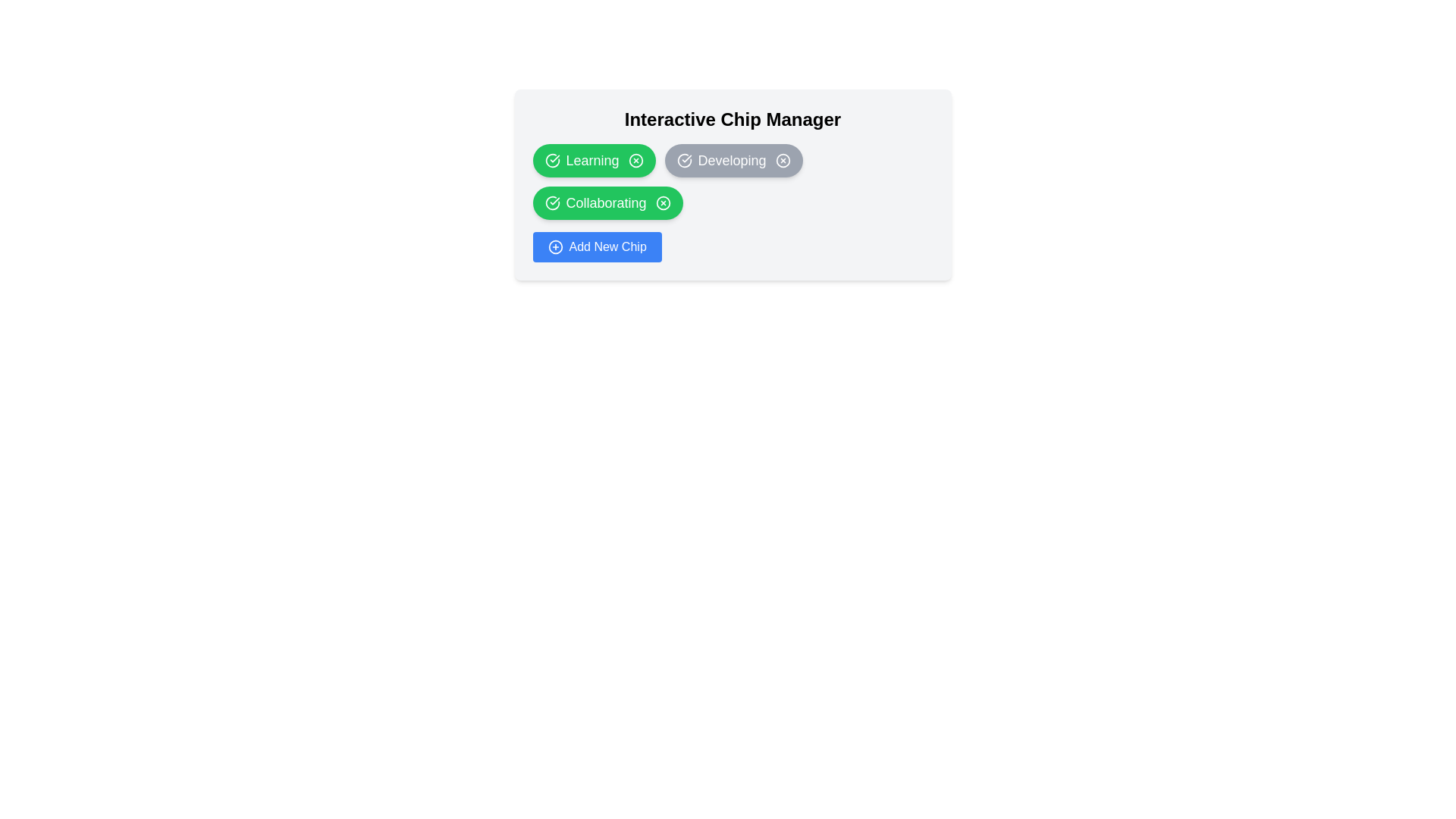  Describe the element at coordinates (733, 161) in the screenshot. I see `the 'Developing' button located in the 'Interactive Chip Manager' section, which is the second button in the vertical stack` at that location.